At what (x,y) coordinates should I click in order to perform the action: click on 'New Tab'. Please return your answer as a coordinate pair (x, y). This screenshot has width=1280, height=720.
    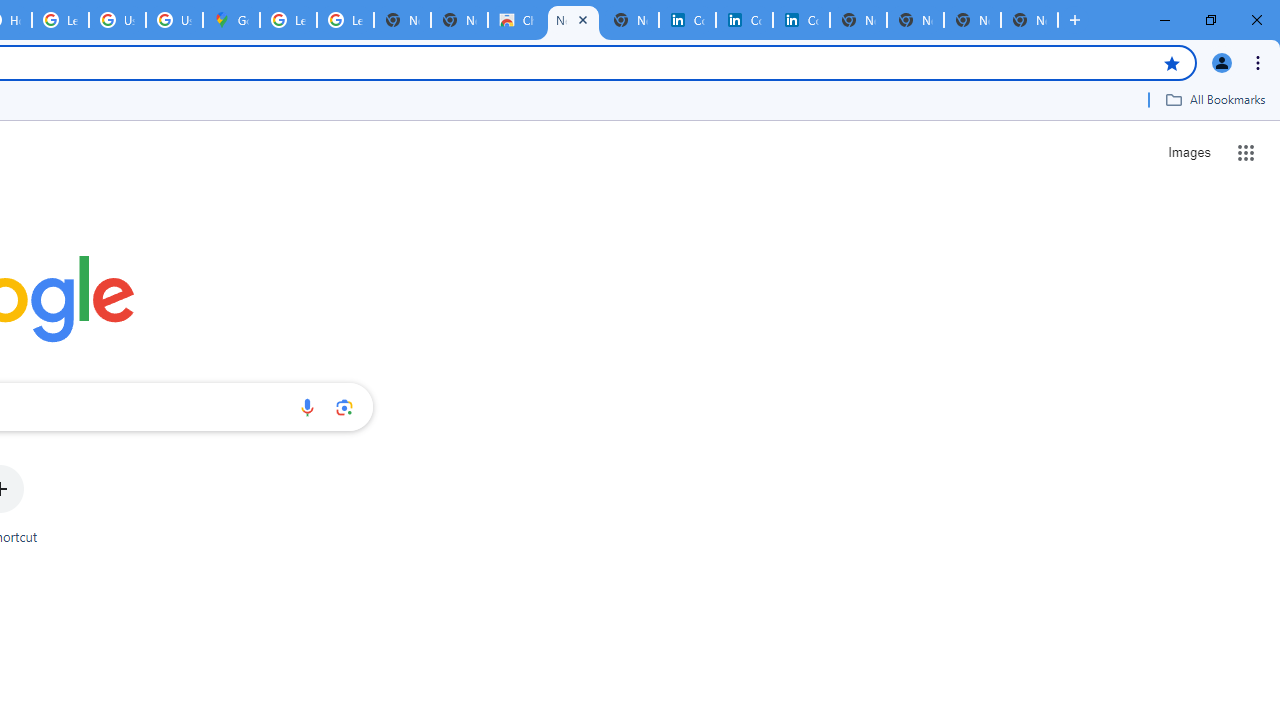
    Looking at the image, I should click on (1029, 20).